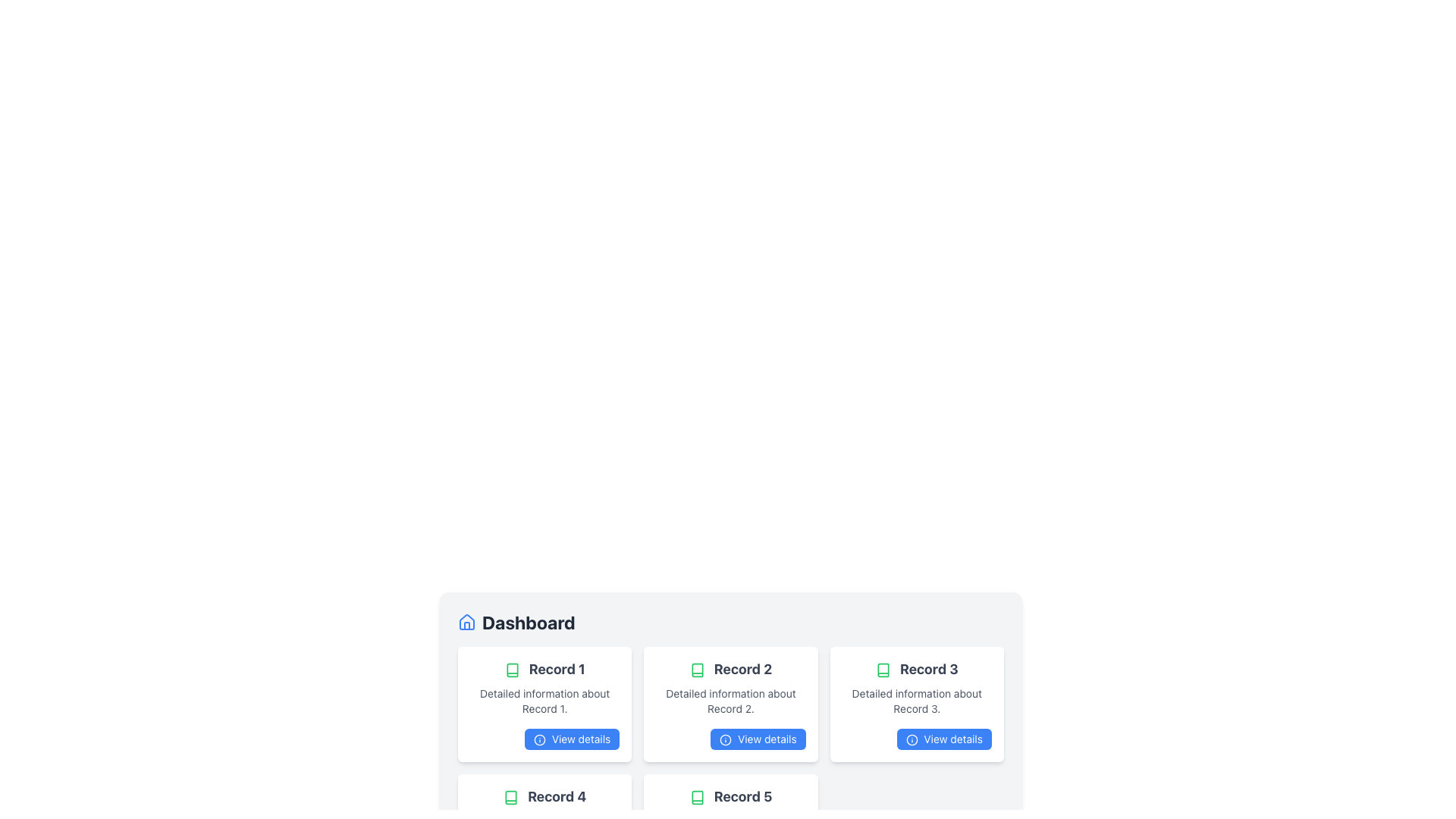  What do you see at coordinates (725, 739) in the screenshot?
I see `the icon representing additional information located to the left of the 'View details' button for 'Record 3'` at bounding box center [725, 739].